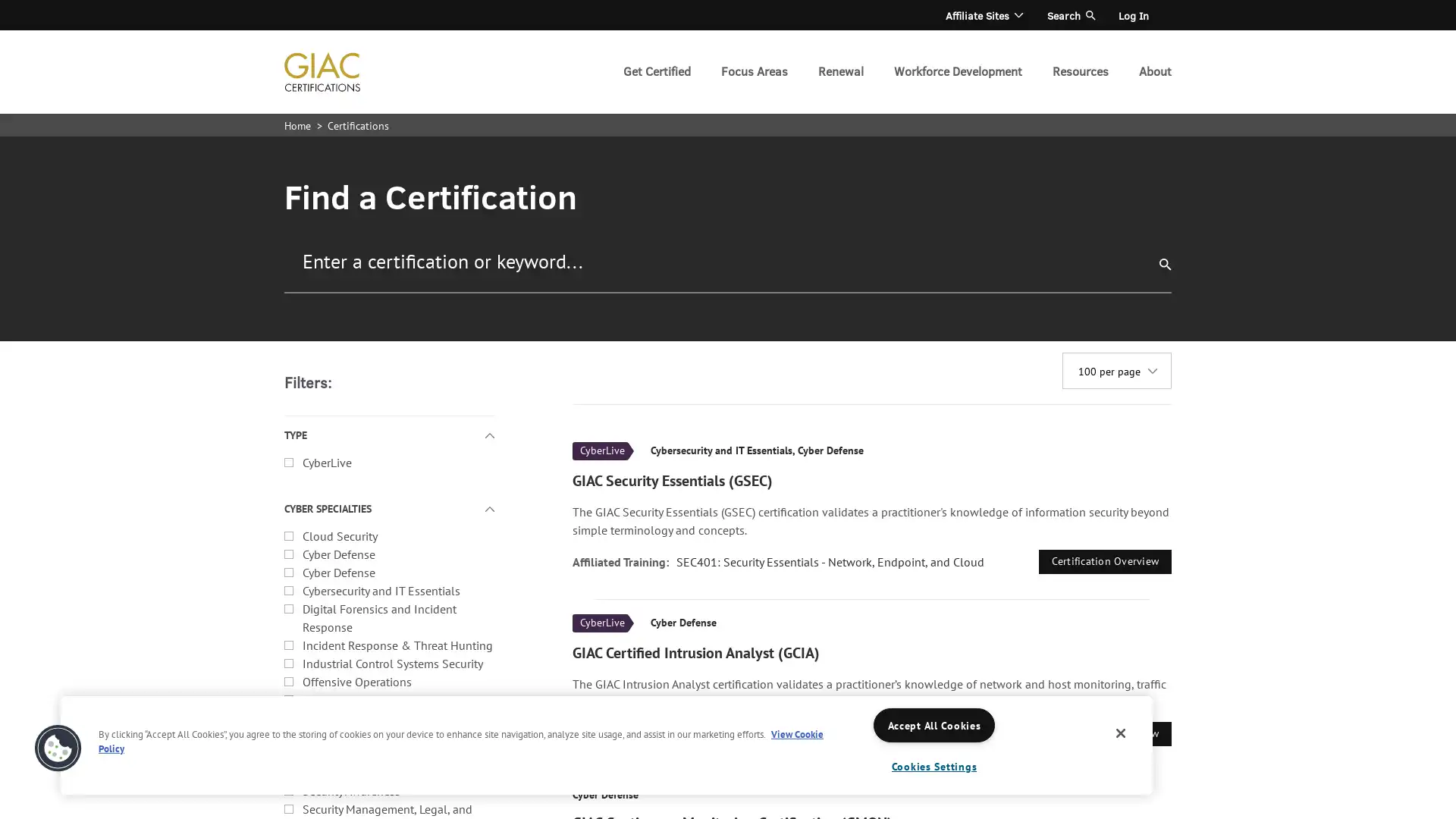 The width and height of the screenshot is (1456, 819). Describe the element at coordinates (934, 766) in the screenshot. I see `Cookies Settings` at that location.